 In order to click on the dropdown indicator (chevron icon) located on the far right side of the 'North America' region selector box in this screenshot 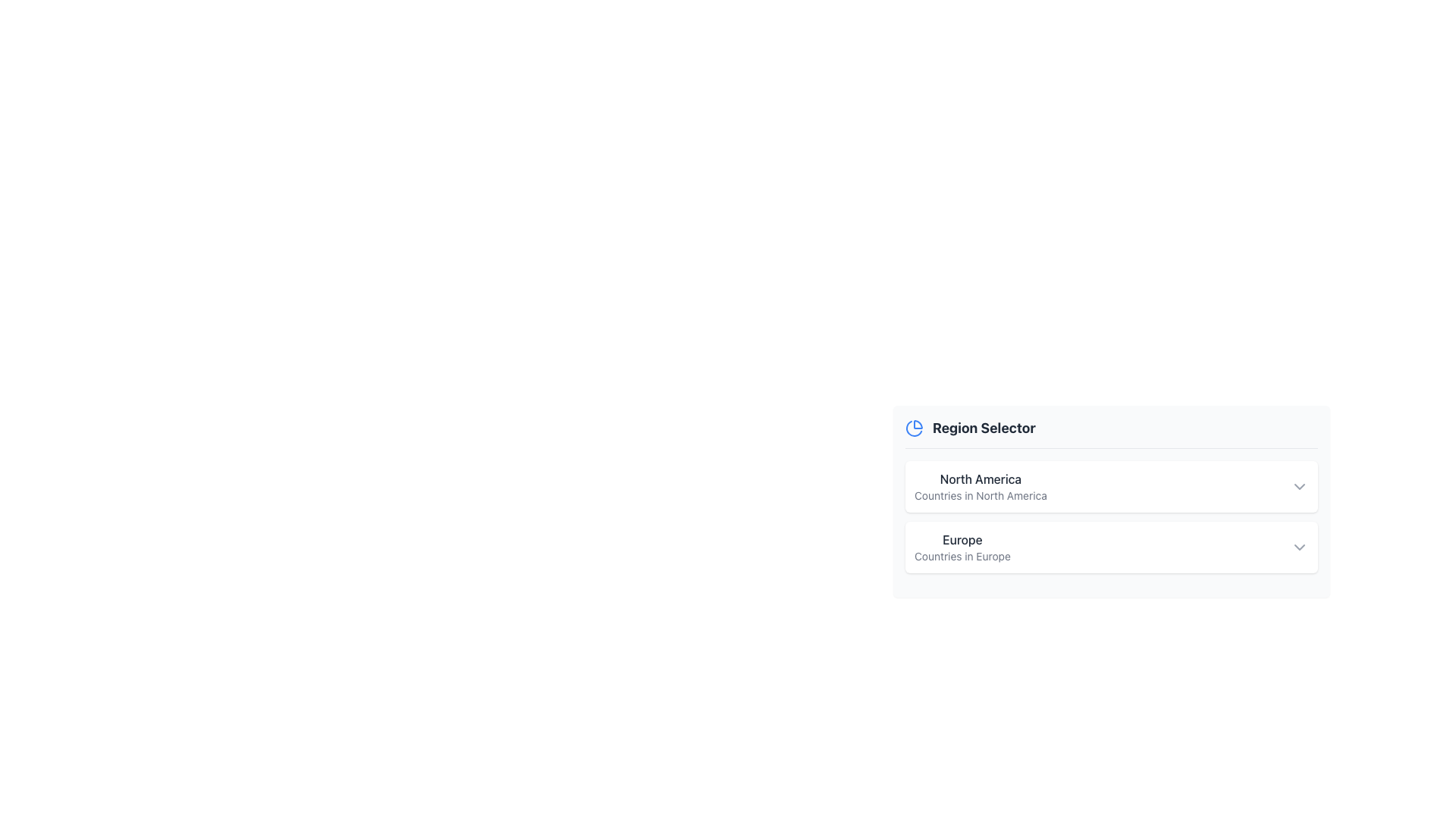, I will do `click(1298, 486)`.